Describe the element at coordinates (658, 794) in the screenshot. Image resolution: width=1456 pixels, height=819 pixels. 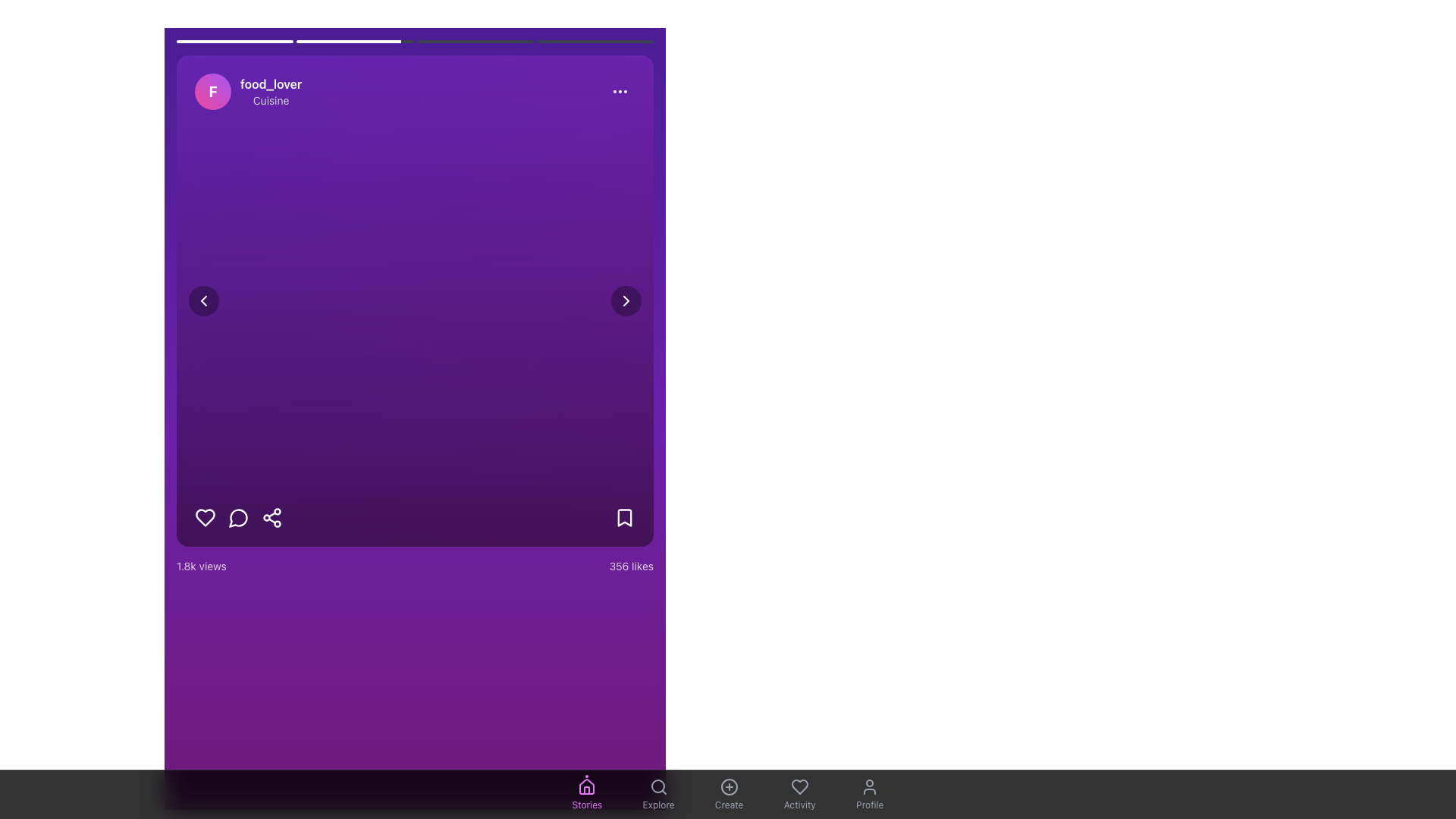
I see `the 'Explore' button located in the bottom navigation bar to trigger the color change effect` at that location.